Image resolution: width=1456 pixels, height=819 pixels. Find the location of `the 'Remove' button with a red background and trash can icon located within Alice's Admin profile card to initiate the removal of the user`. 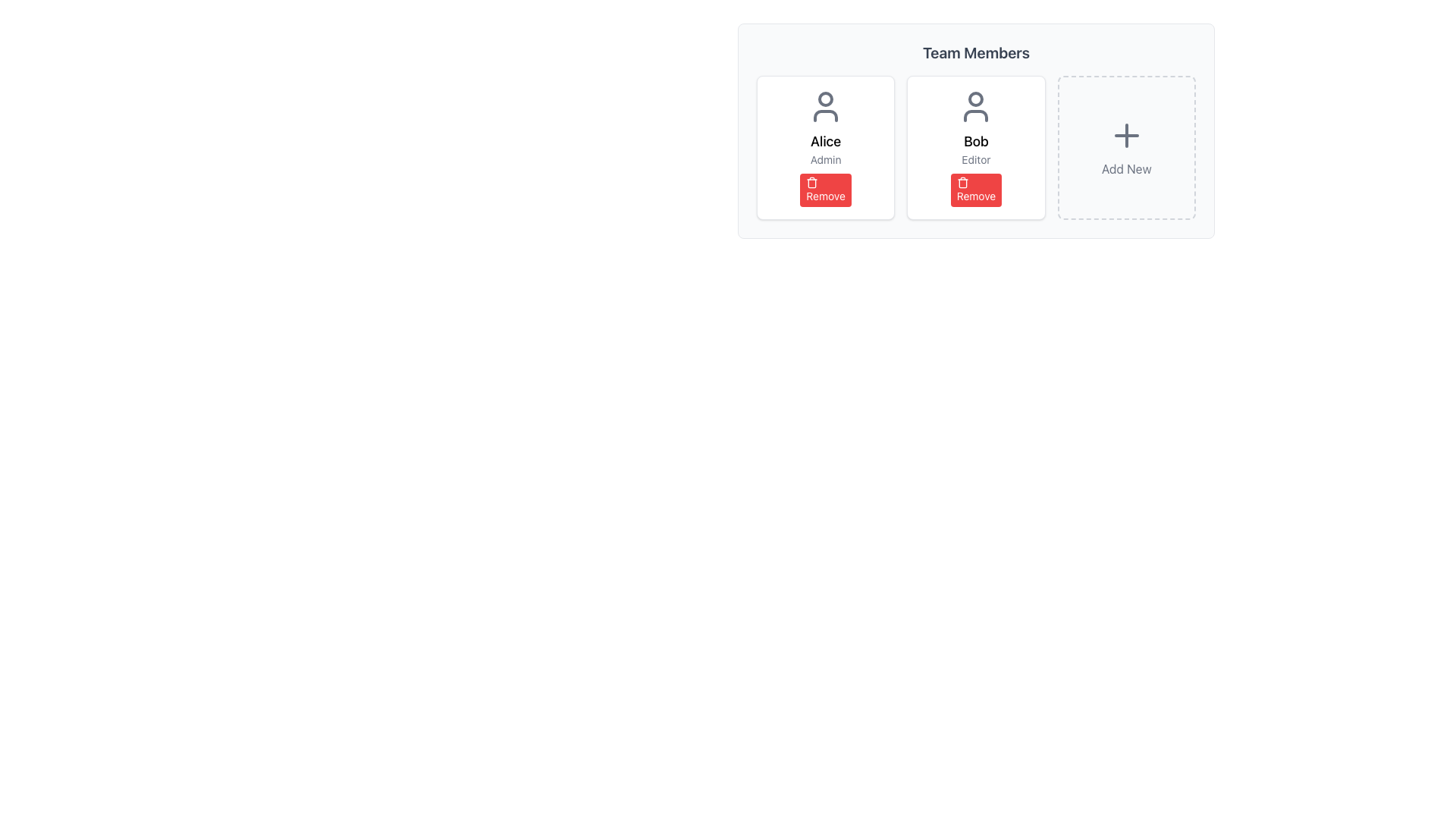

the 'Remove' button with a red background and trash can icon located within Alice's Admin profile card to initiate the removal of the user is located at coordinates (825, 189).